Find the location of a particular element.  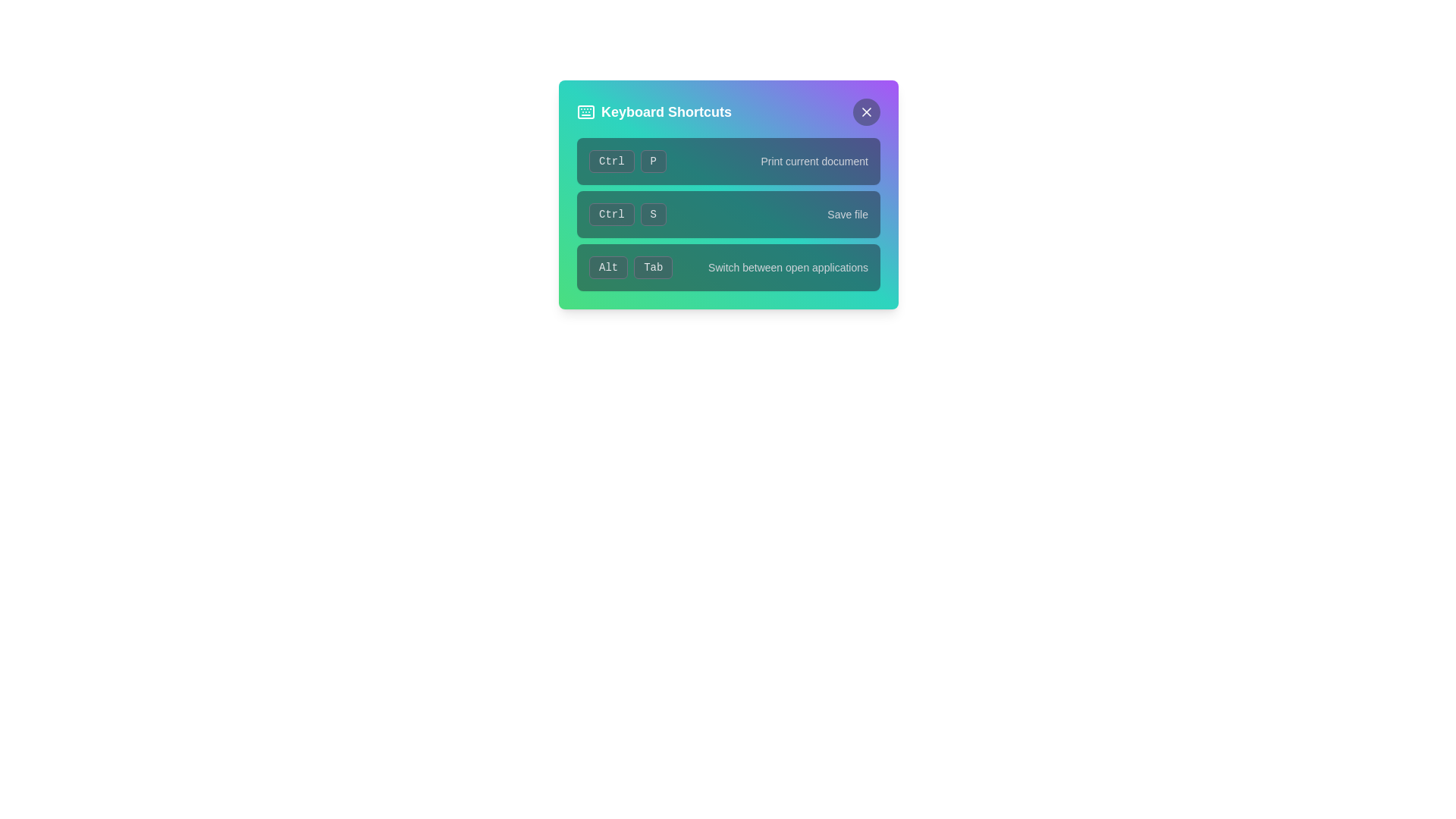

the Composite keyboard shortcut display, which consists of the 'Ctrl' and 'P' buttons with a gray background and rounded corners, positioned in the top-left of the keyboard shortcuts interface is located at coordinates (628, 161).